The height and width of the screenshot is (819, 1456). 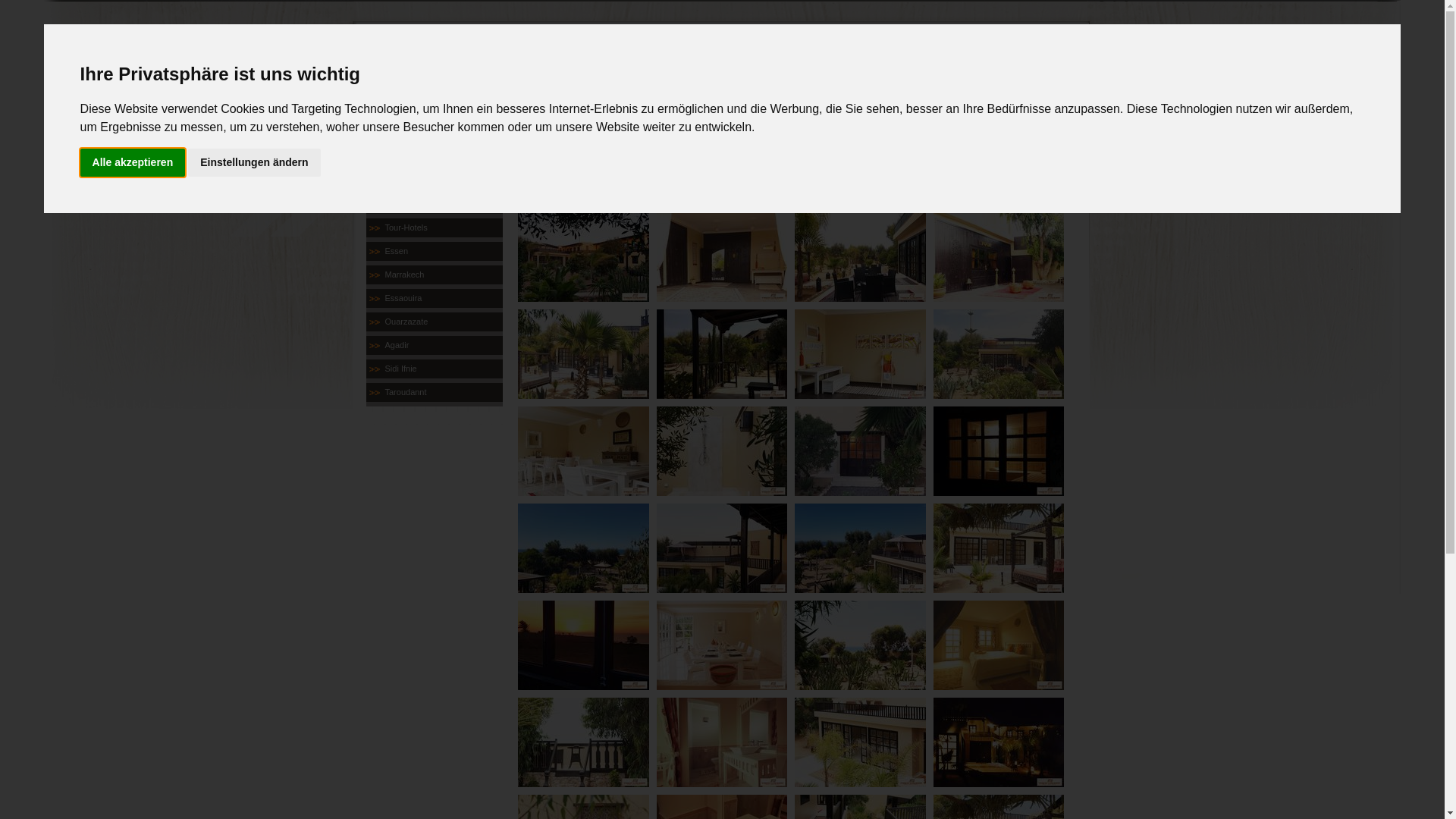 What do you see at coordinates (779, 154) in the screenshot?
I see `'FOTO GALERIE'` at bounding box center [779, 154].